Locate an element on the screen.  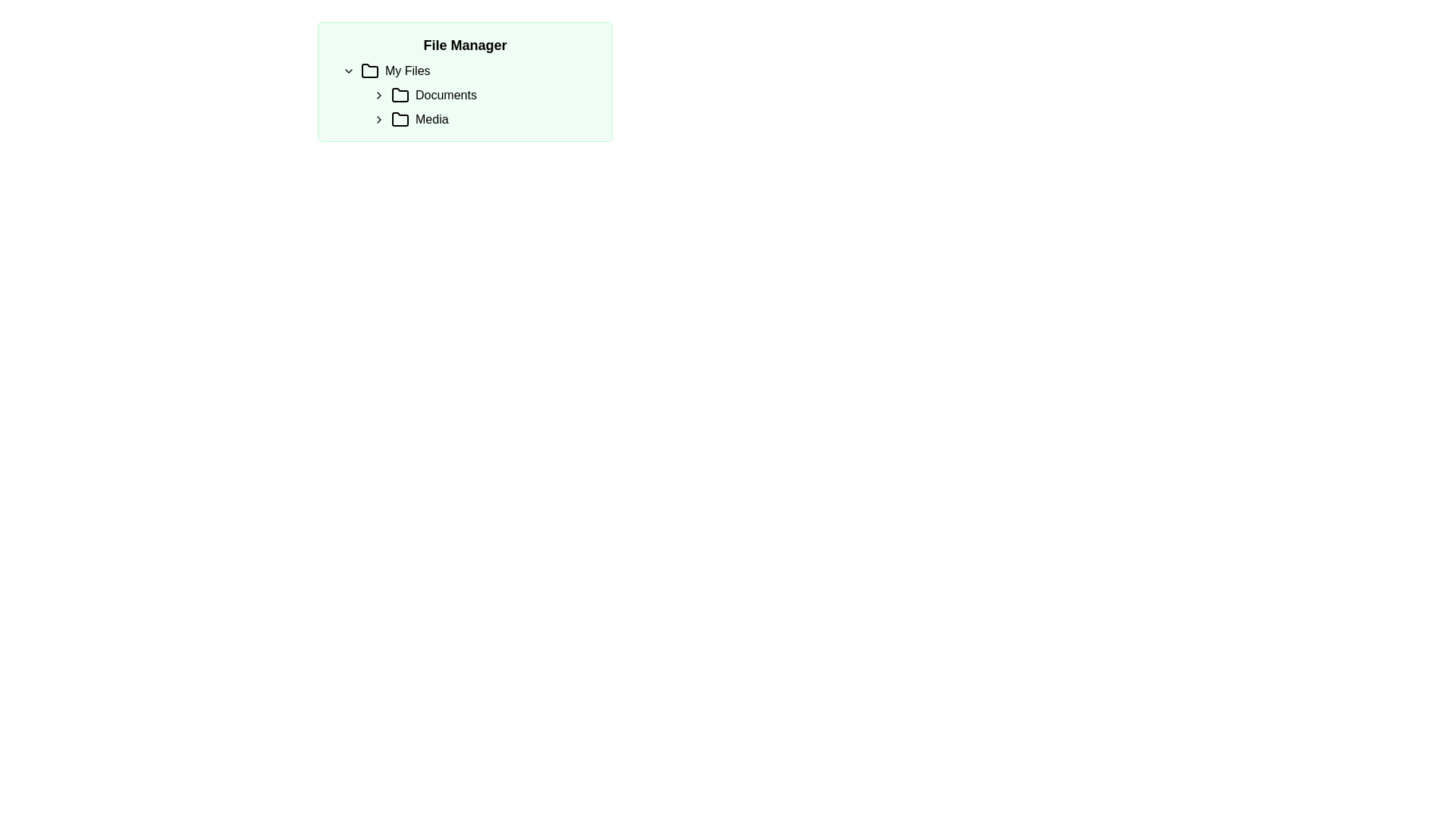
on the folder icon representing the 'Documents' is located at coordinates (400, 94).